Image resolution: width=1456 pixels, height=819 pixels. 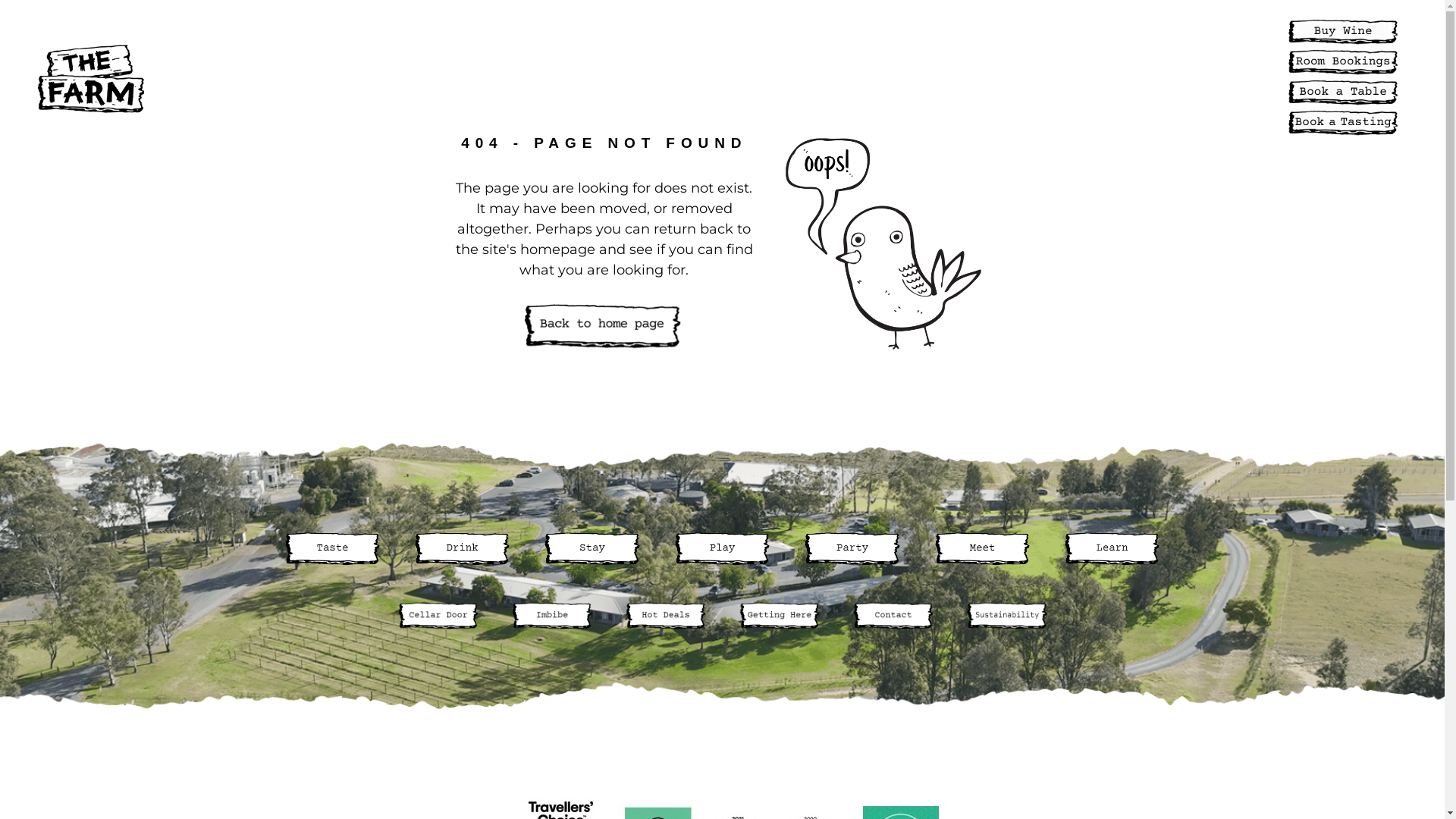 I want to click on 'sustainability-Button-1 copy', so click(x=1006, y=616).